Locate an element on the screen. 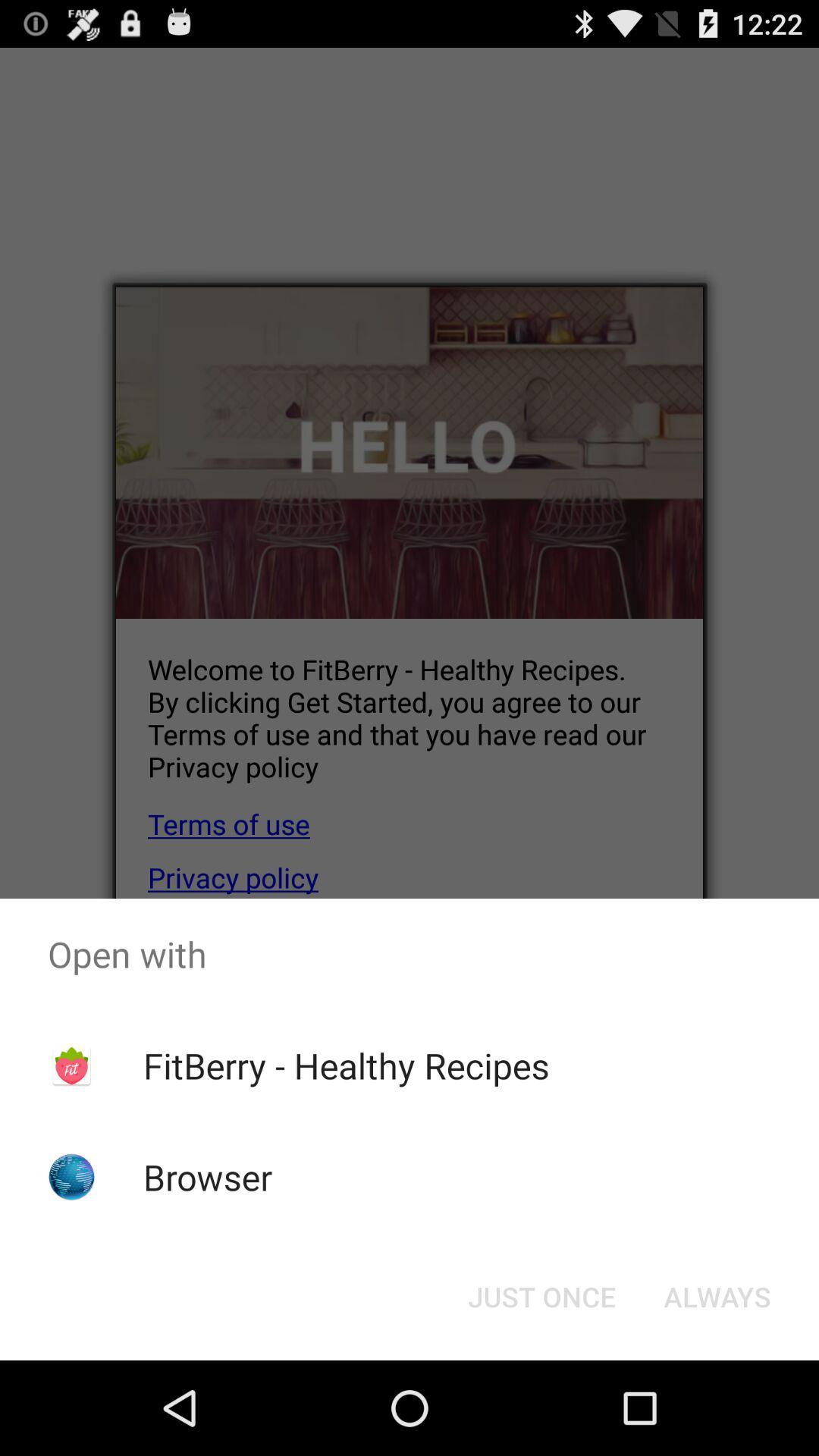  fitberry - healthy recipes icon is located at coordinates (346, 1065).